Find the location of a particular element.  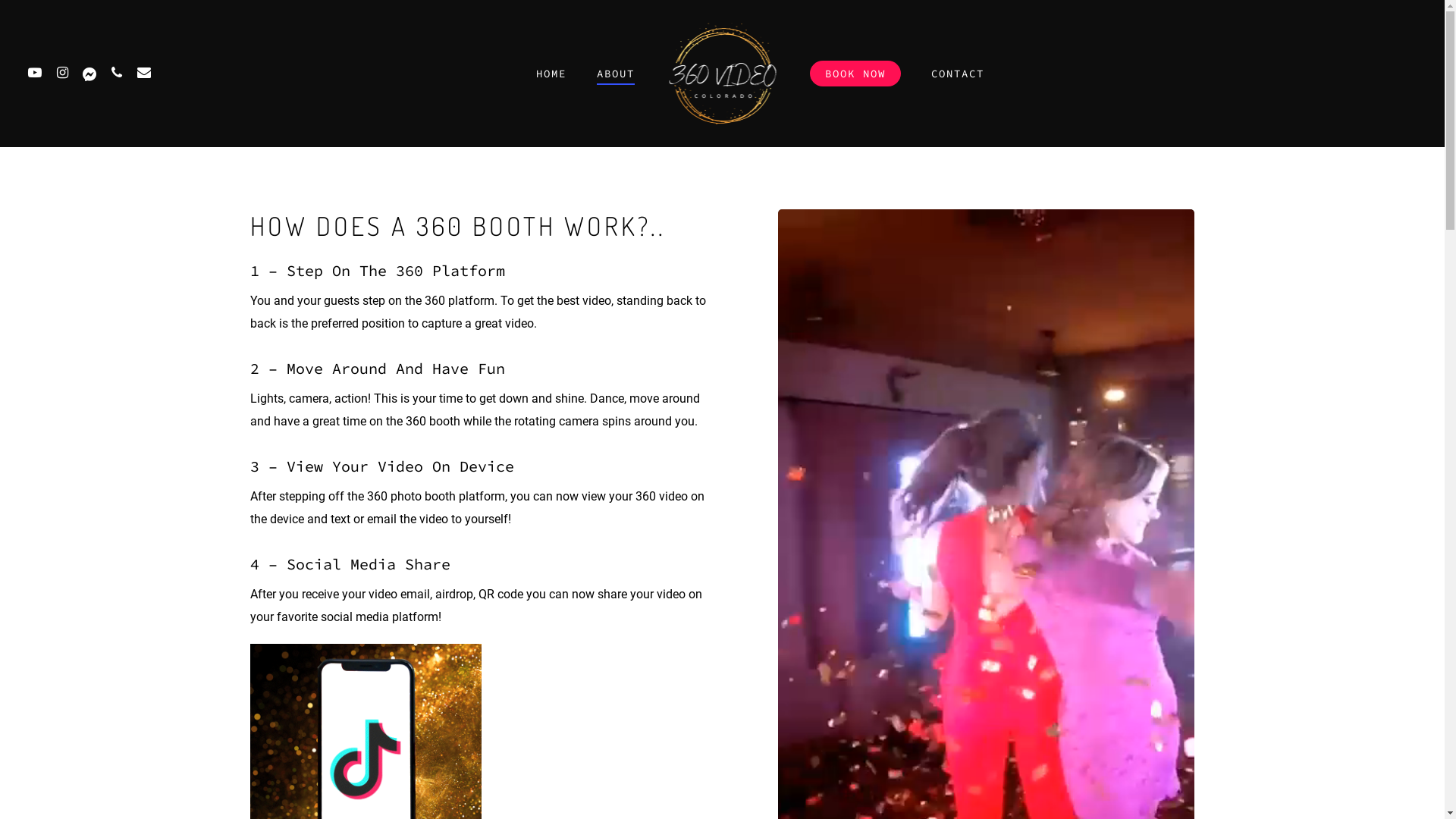

'ABOUT' is located at coordinates (615, 73).